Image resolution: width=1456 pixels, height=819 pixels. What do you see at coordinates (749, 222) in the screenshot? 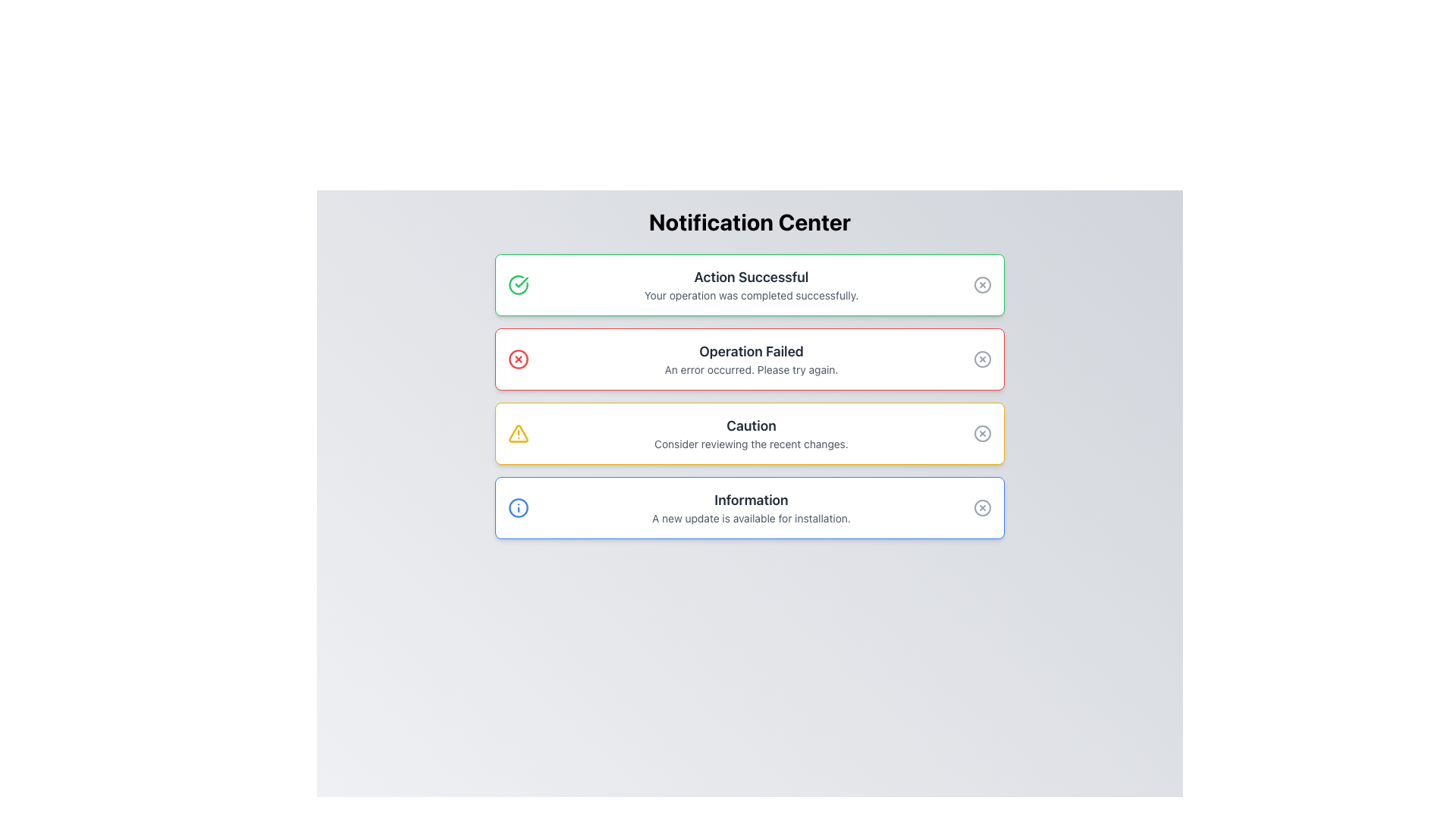
I see `the 'Notification Center' text label, which is bold, large, and centrally aligned at the top of the interface, serving as a header for the notifications` at bounding box center [749, 222].